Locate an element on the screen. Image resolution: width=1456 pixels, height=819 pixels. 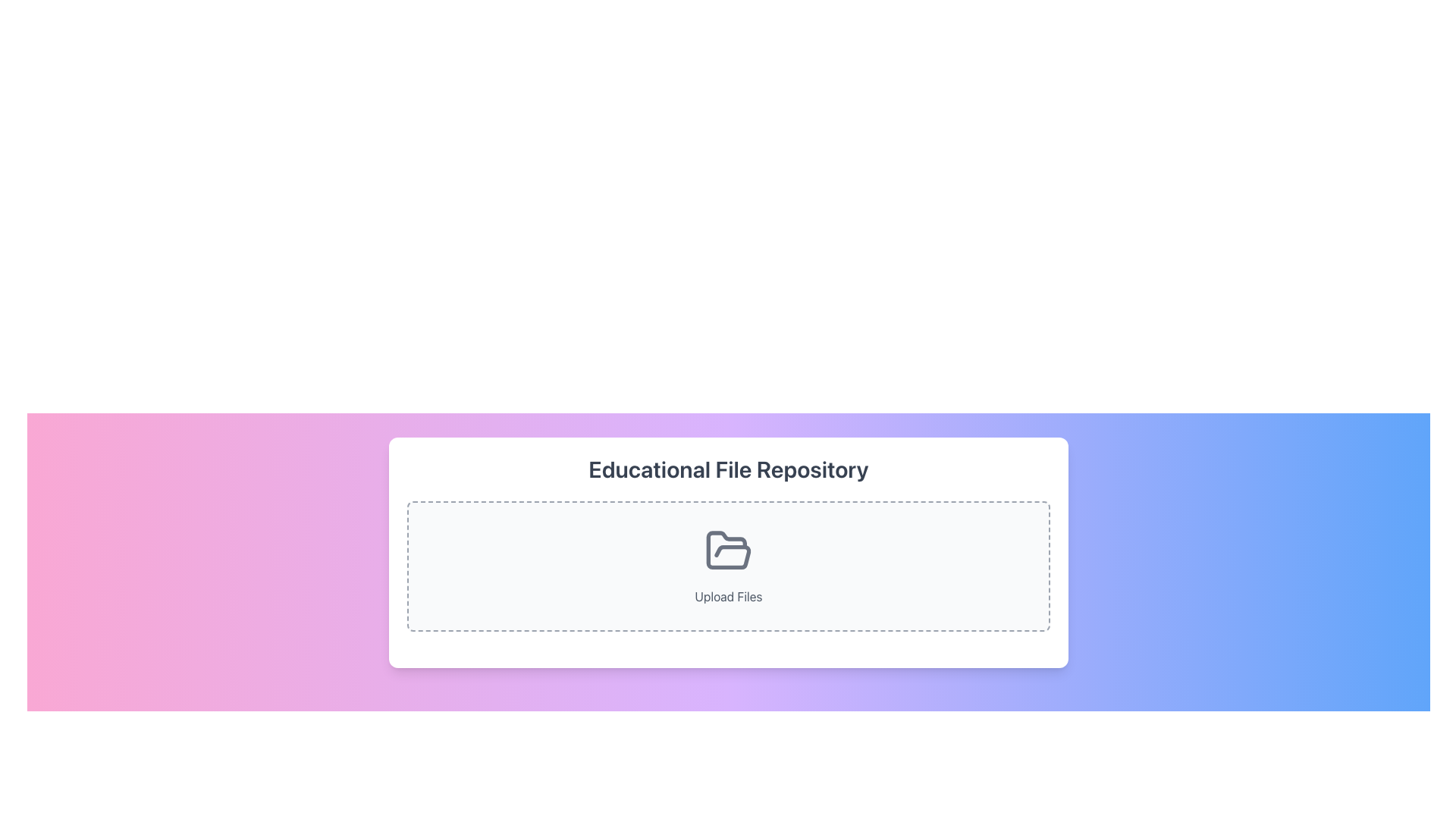
the folder icon within the 'Educational File Repository' card is located at coordinates (728, 553).